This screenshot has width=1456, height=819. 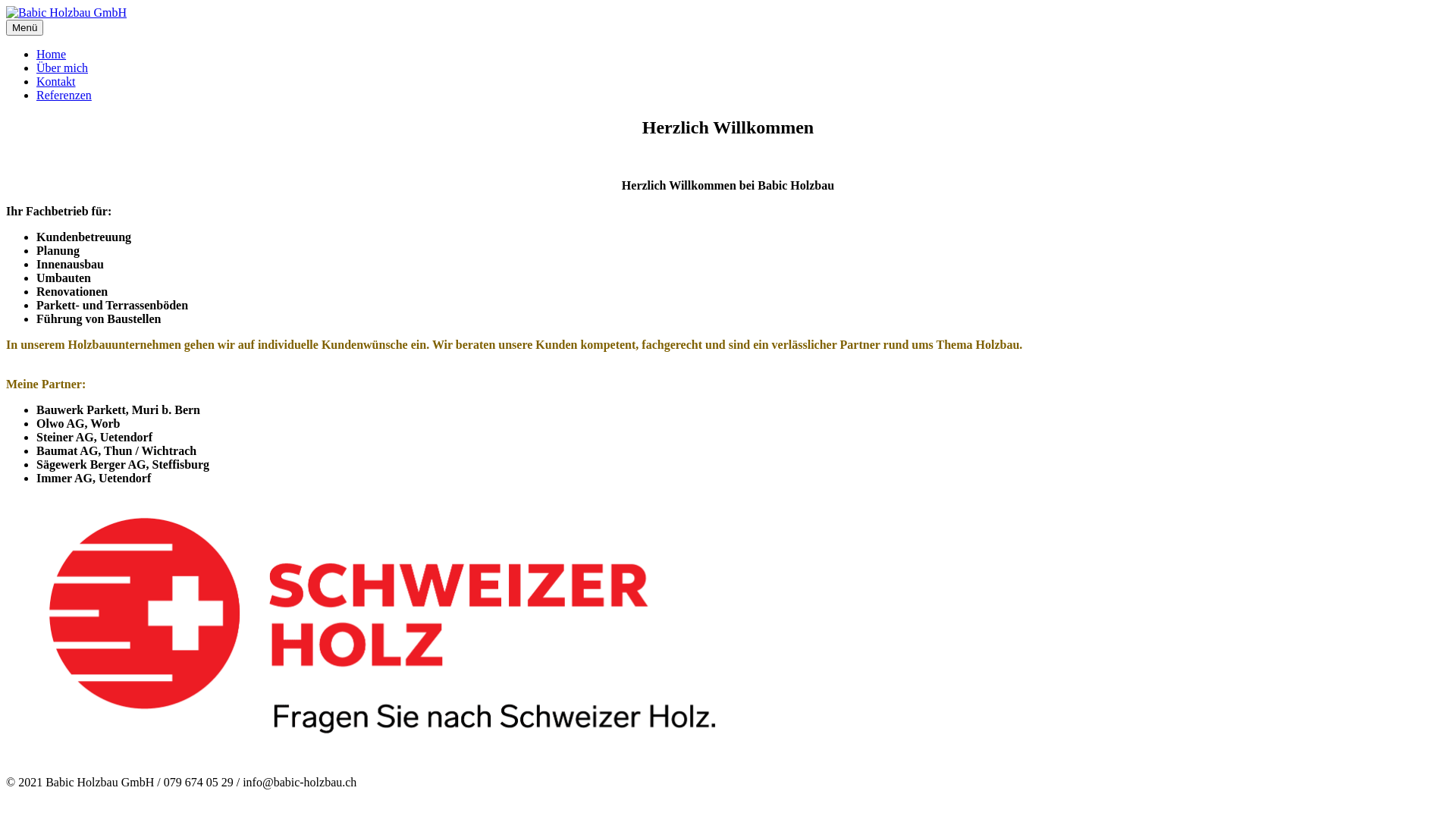 What do you see at coordinates (55, 81) in the screenshot?
I see `'Kontakt'` at bounding box center [55, 81].